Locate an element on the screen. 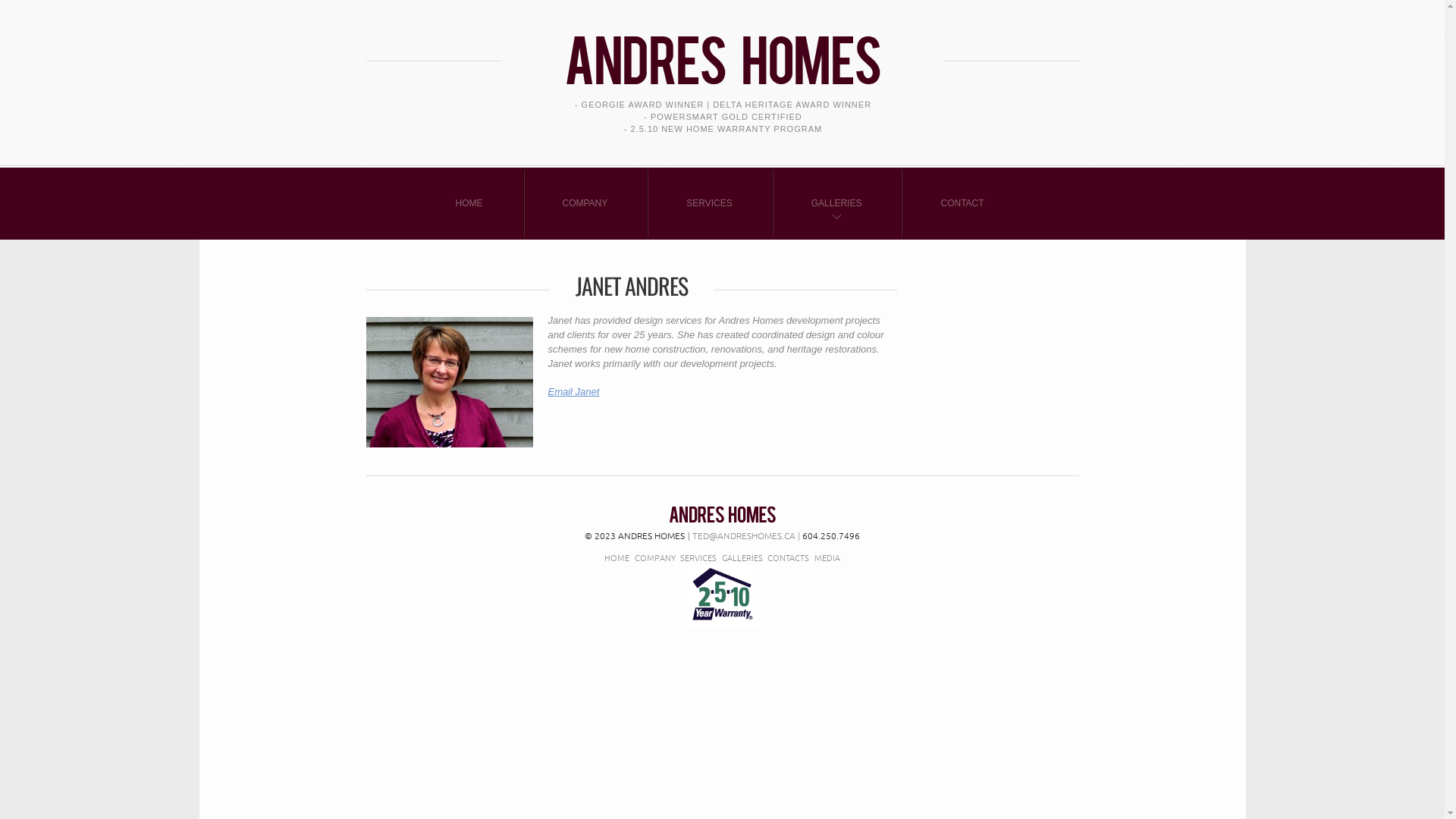  'CONTACT' is located at coordinates (961, 202).